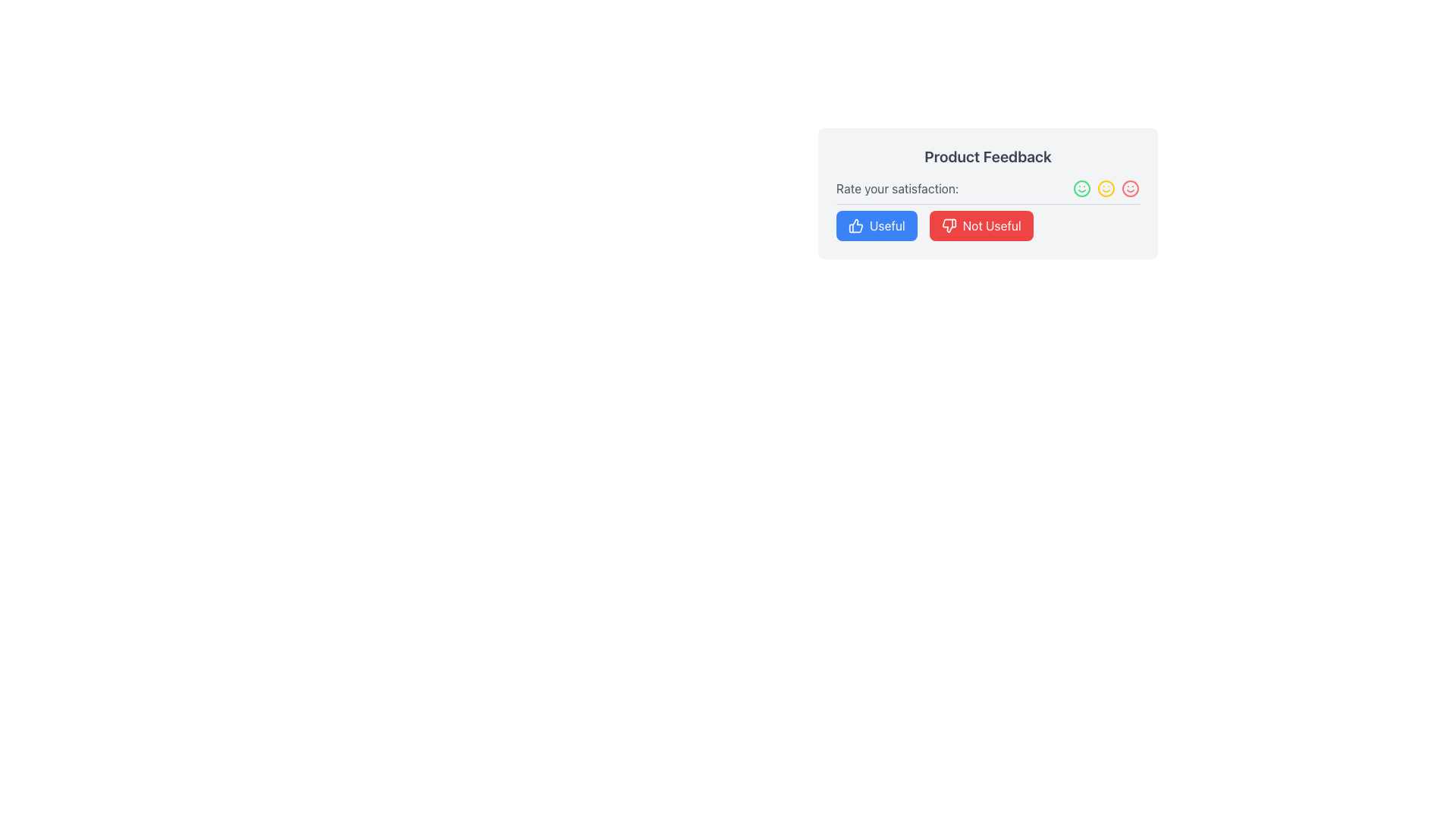  I want to click on the red smiley face icon, which is the fourth icon in a horizontal sequence of smiley faces under the header 'Rate your satisfaction.', so click(1131, 188).